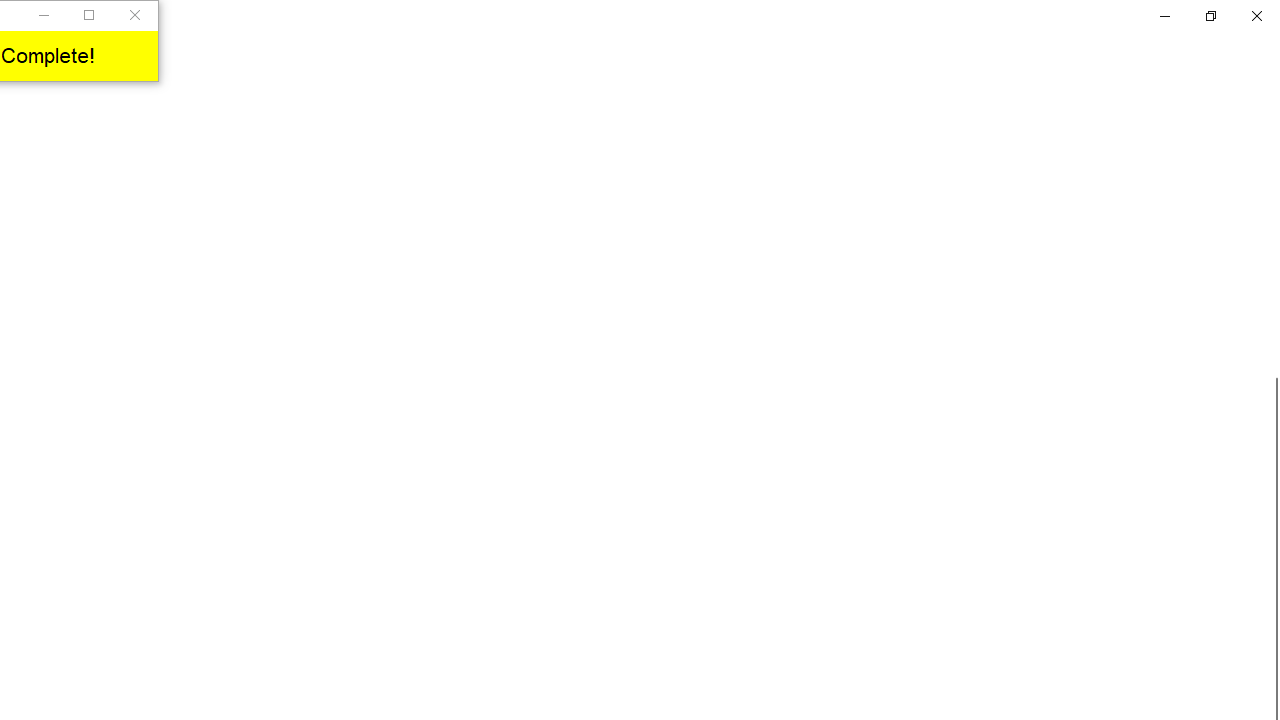 Image resolution: width=1280 pixels, height=720 pixels. What do you see at coordinates (1271, 104) in the screenshot?
I see `'Vertical Small Decrease'` at bounding box center [1271, 104].